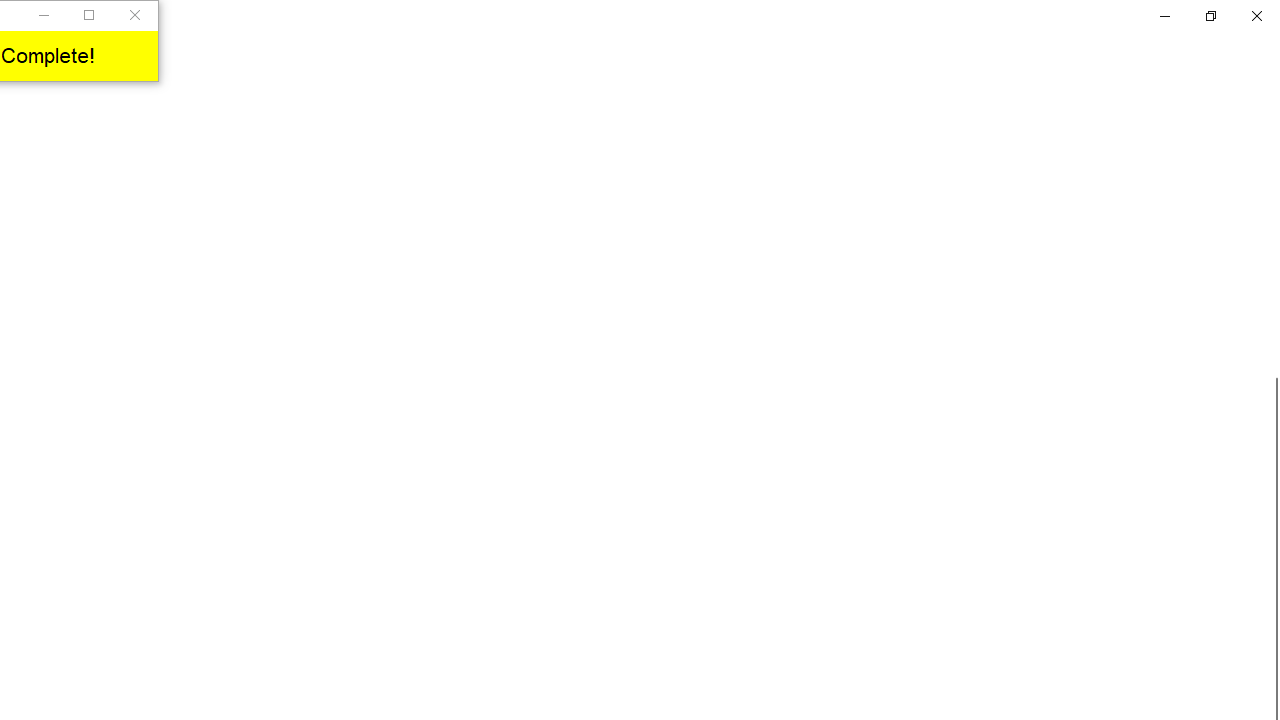 Image resolution: width=1280 pixels, height=720 pixels. What do you see at coordinates (1271, 104) in the screenshot?
I see `'Vertical Small Decrease'` at bounding box center [1271, 104].